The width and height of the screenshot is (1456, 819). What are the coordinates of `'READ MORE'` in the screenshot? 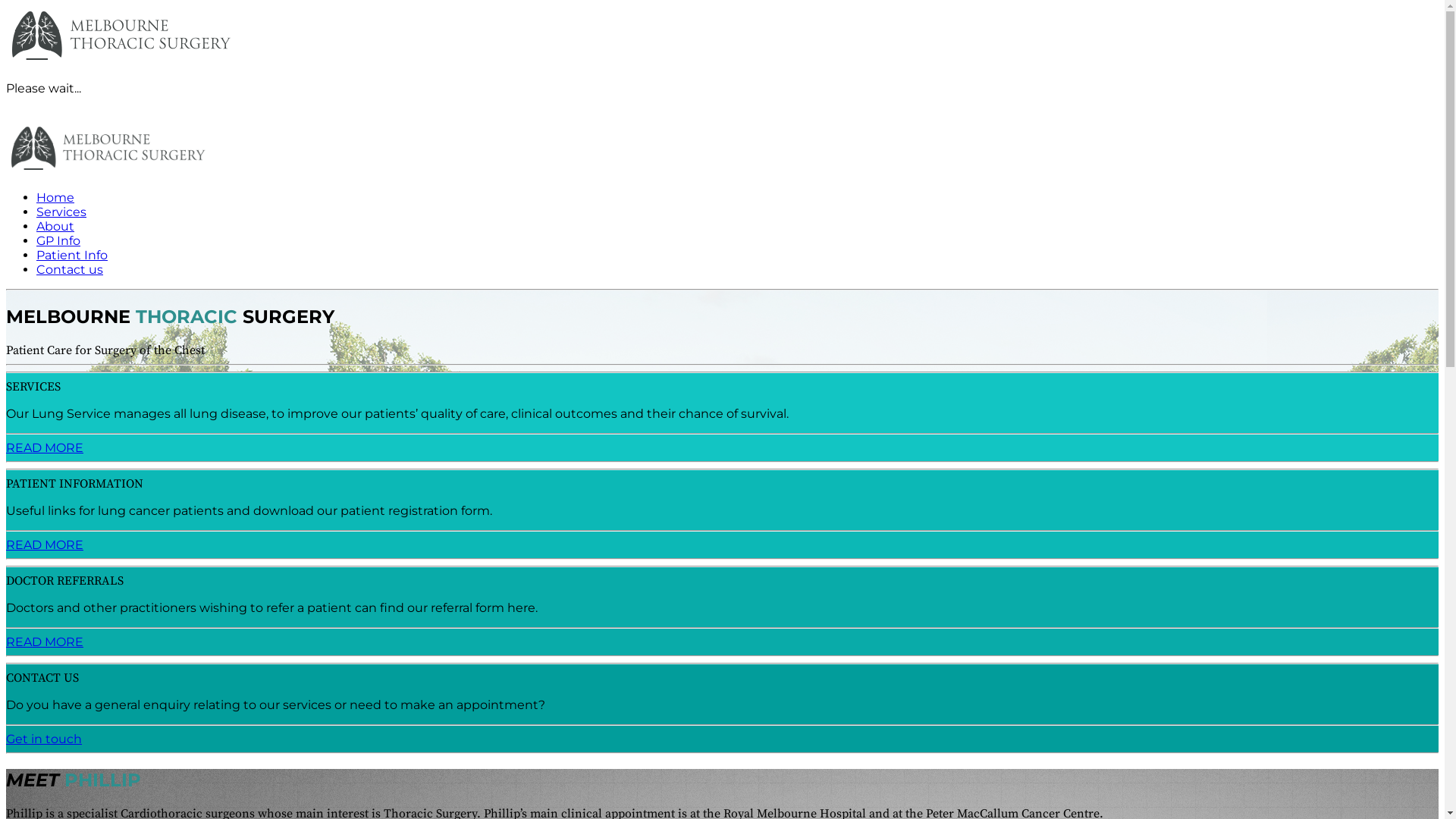 It's located at (6, 642).